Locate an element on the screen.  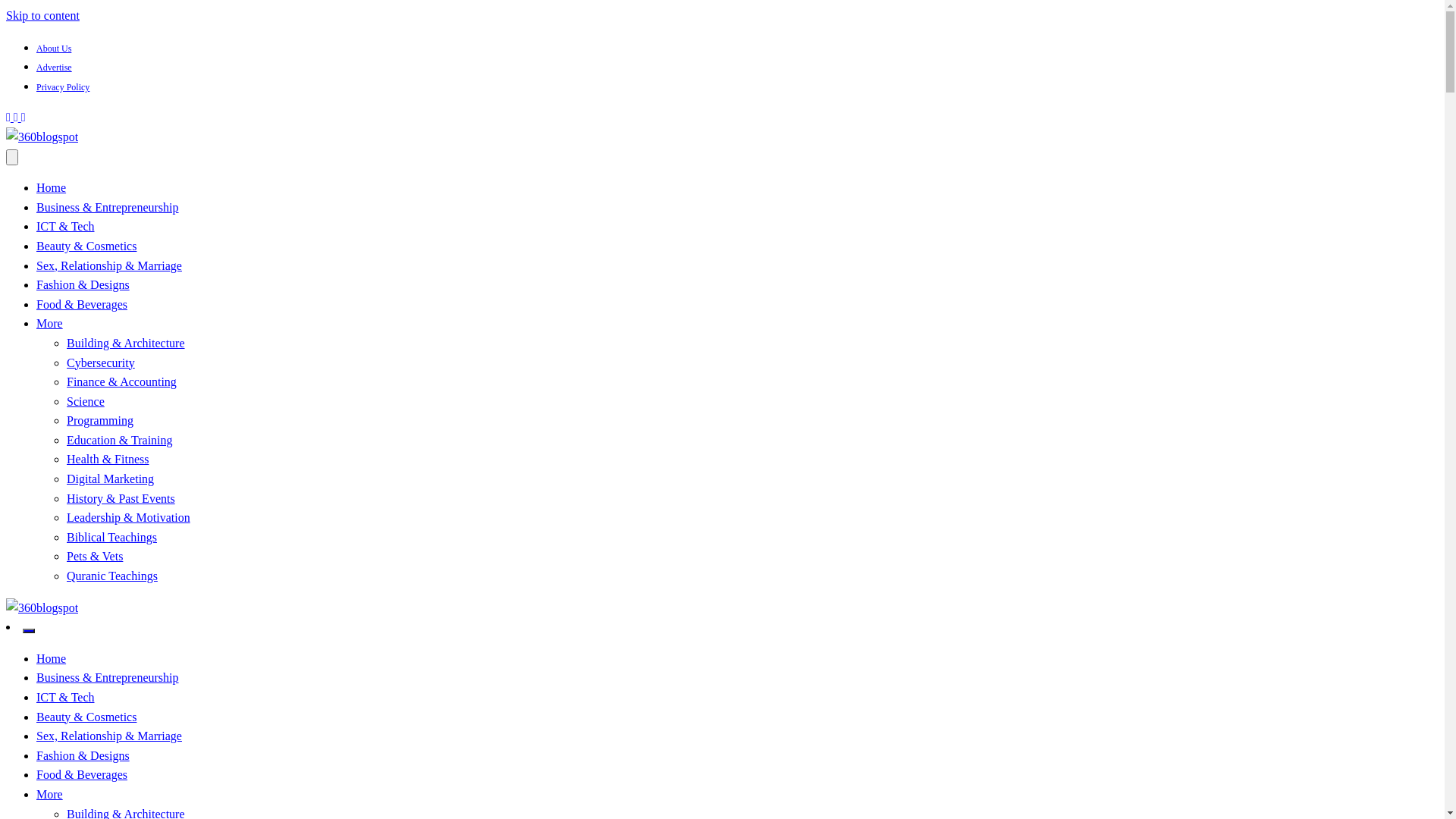
'ICT & Tech' is located at coordinates (64, 697).